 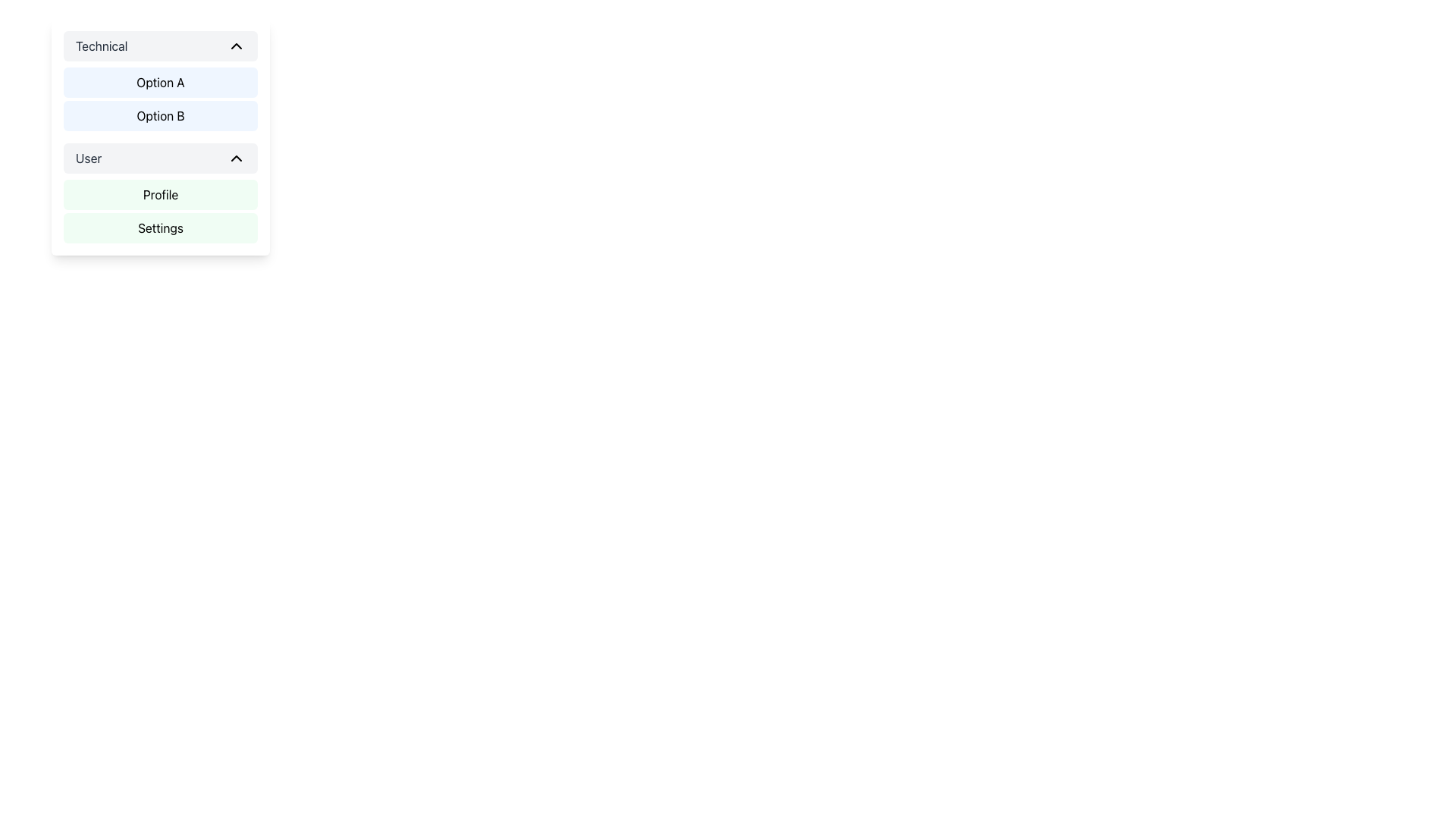 I want to click on the user settings button located below the Profile button in the user menu to observe a styling change, so click(x=160, y=227).